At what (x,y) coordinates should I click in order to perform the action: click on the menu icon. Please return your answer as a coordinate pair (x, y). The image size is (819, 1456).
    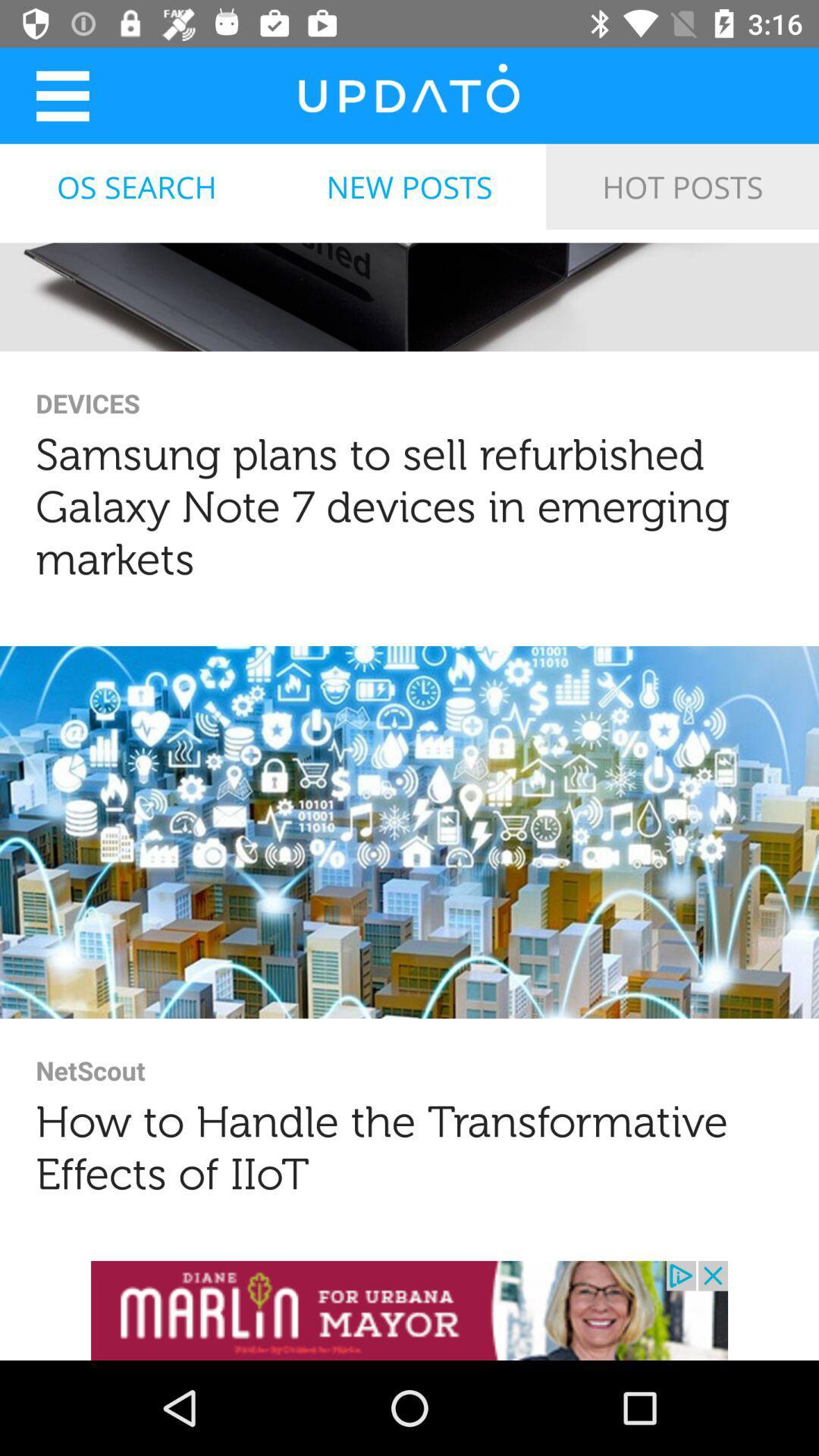
    Looking at the image, I should click on (61, 95).